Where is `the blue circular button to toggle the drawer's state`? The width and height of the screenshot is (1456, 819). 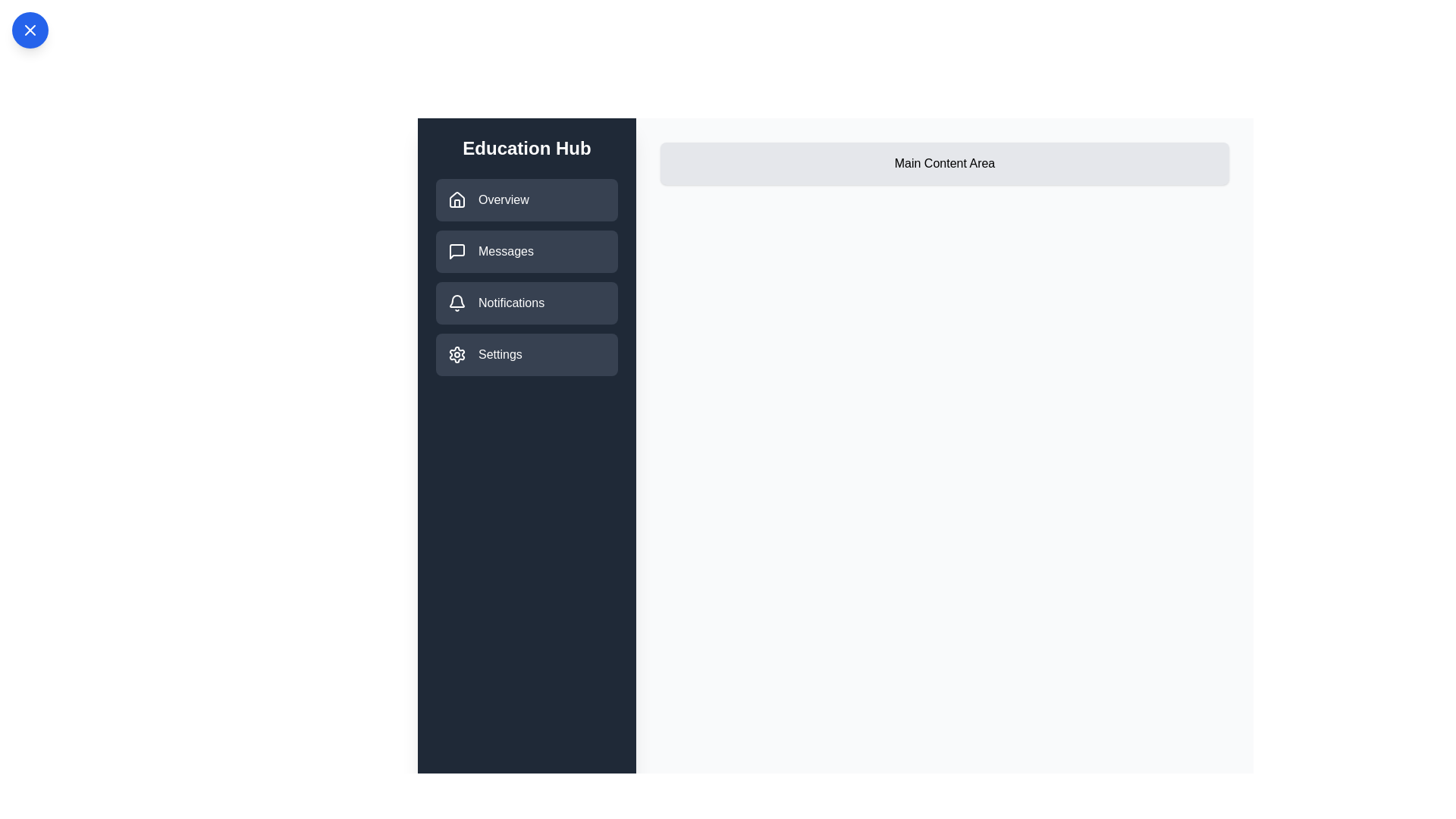 the blue circular button to toggle the drawer's state is located at coordinates (30, 30).